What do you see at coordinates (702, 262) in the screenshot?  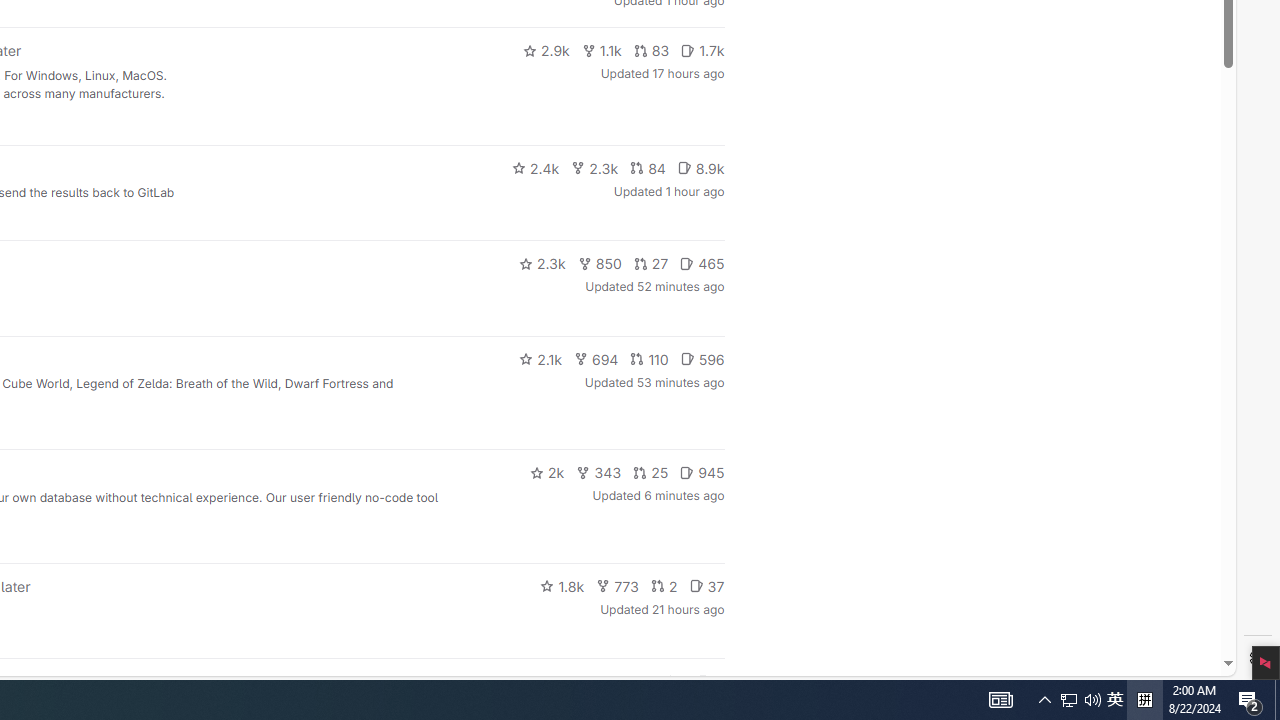 I see `'465'` at bounding box center [702, 262].